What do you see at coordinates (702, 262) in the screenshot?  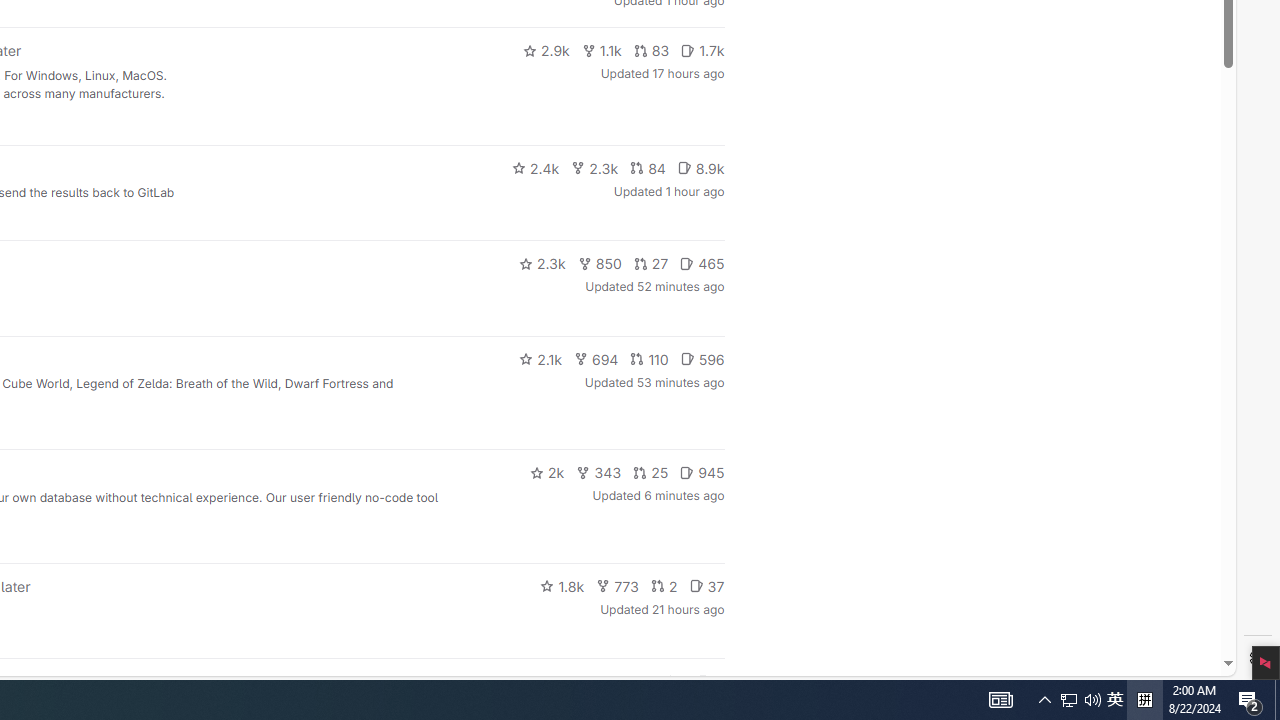 I see `'465'` at bounding box center [702, 262].